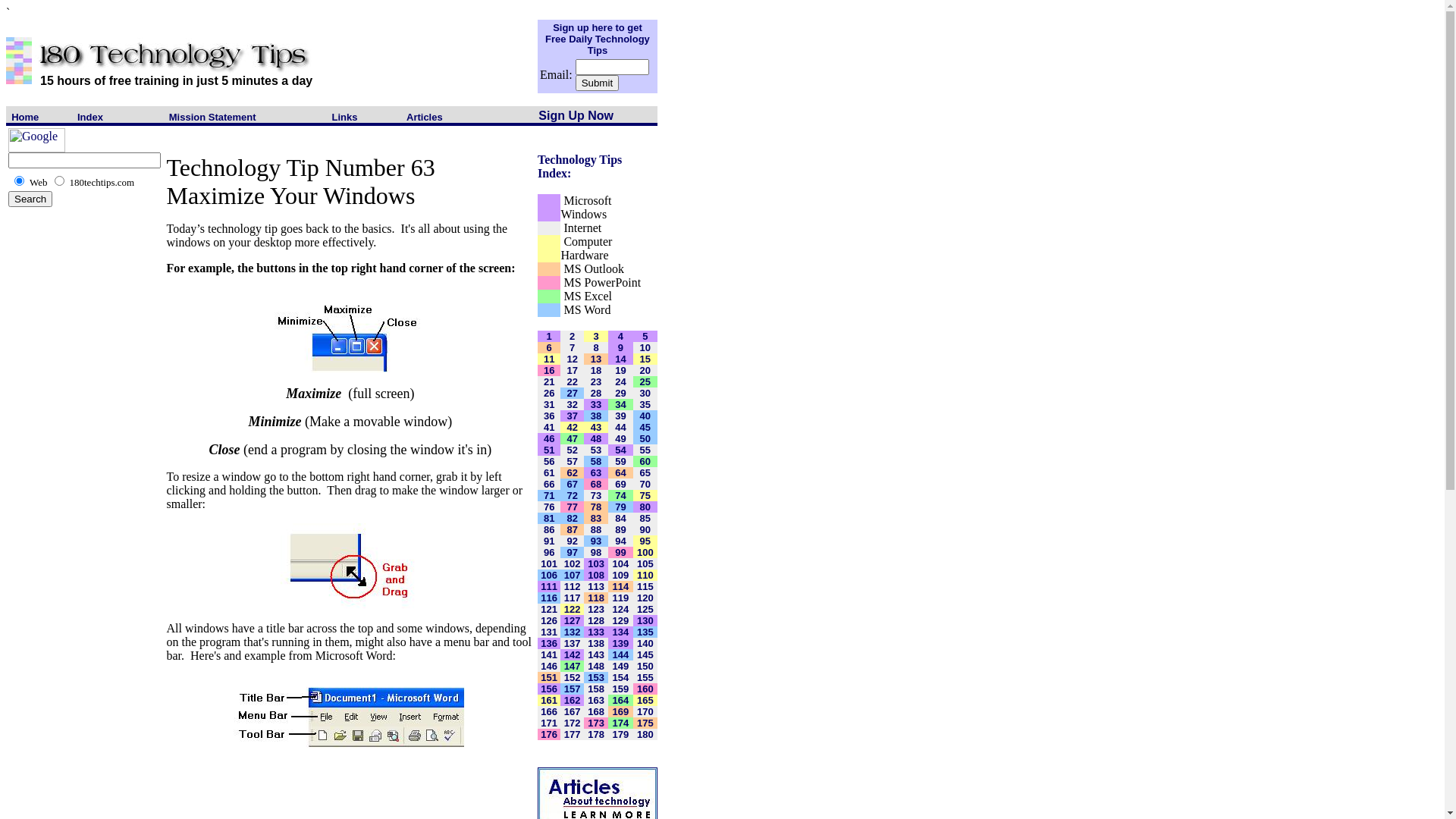  Describe the element at coordinates (563, 596) in the screenshot. I see `'117'` at that location.